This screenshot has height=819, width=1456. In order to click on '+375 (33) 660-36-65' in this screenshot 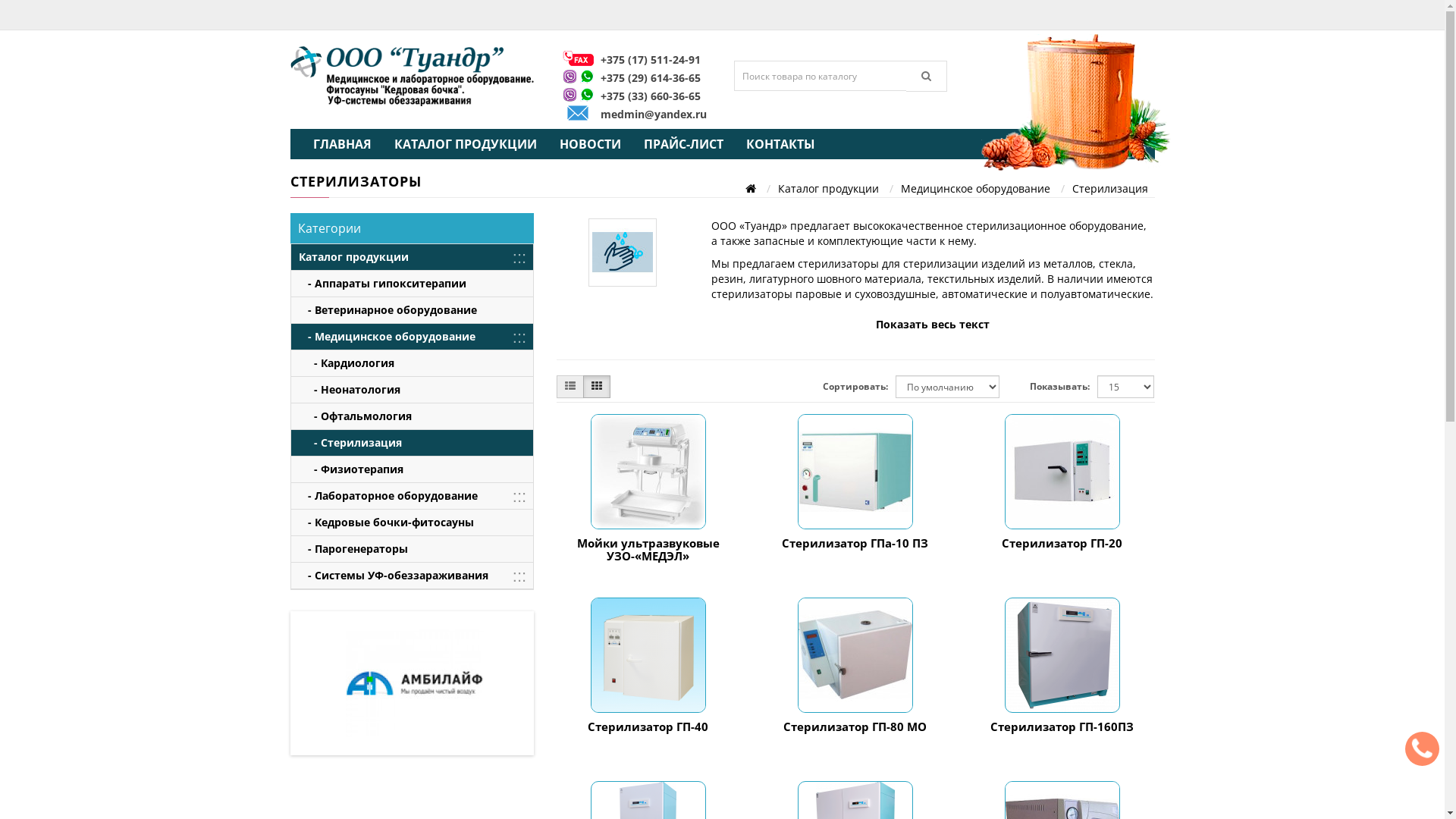, I will do `click(651, 96)`.